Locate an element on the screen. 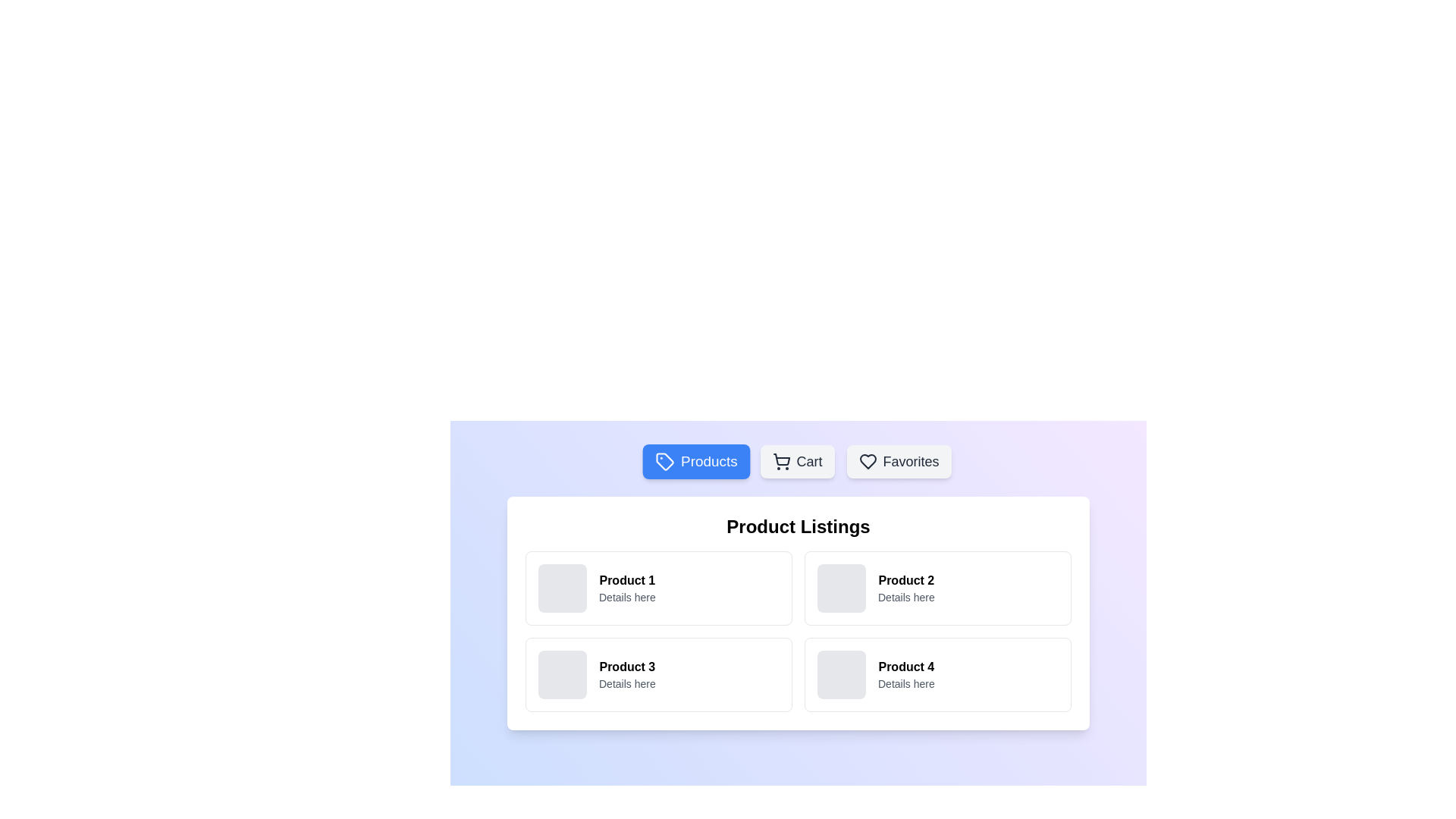 The image size is (1456, 819). the textual component displaying 'Product 1' with the details 'Details here', positioned in the first product card of the 'Product Listings' grid is located at coordinates (627, 587).